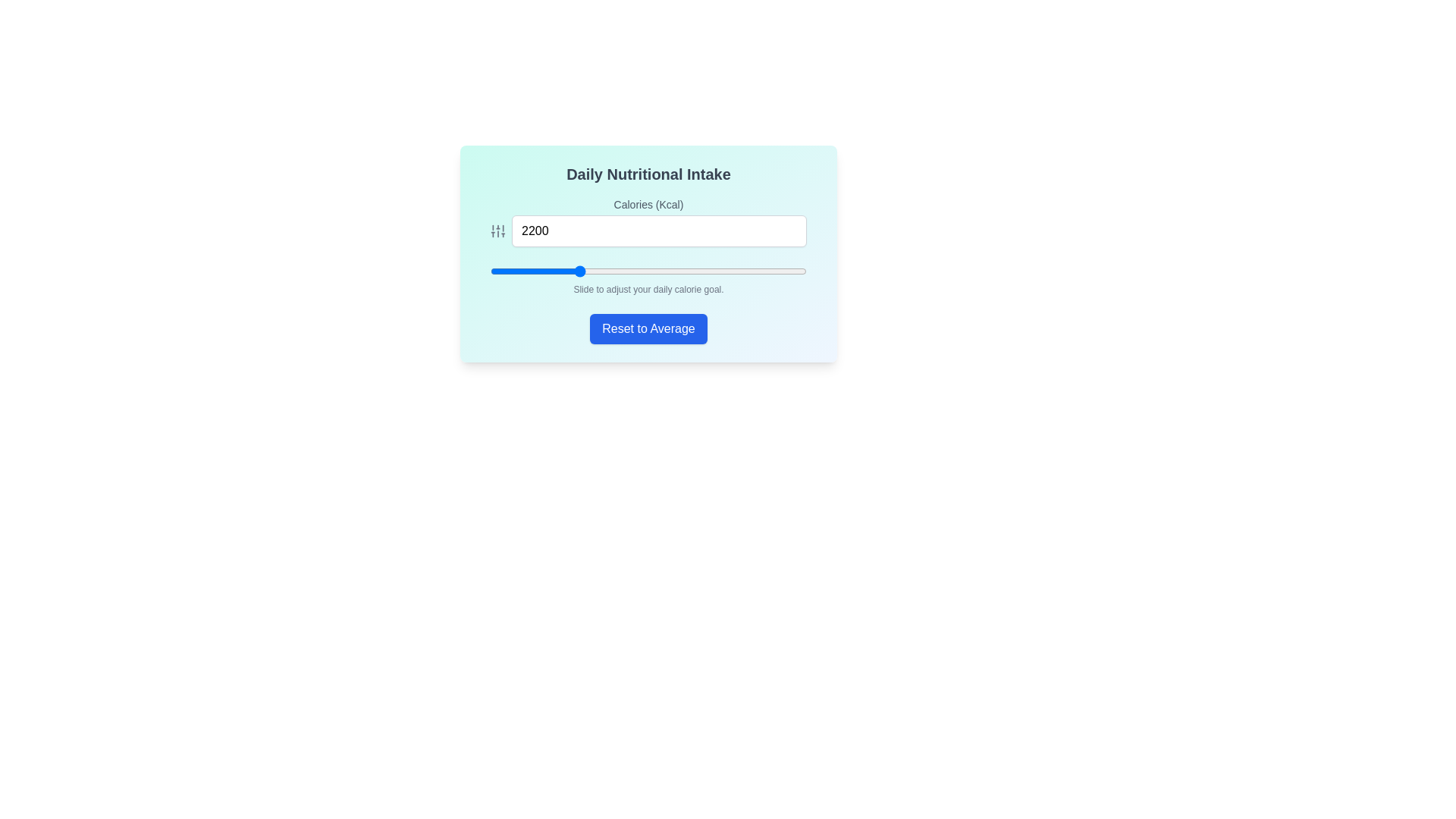 This screenshot has width=1456, height=819. What do you see at coordinates (648, 328) in the screenshot?
I see `the reset button located at the bottom of the 'Daily Nutritional Intake' component` at bounding box center [648, 328].